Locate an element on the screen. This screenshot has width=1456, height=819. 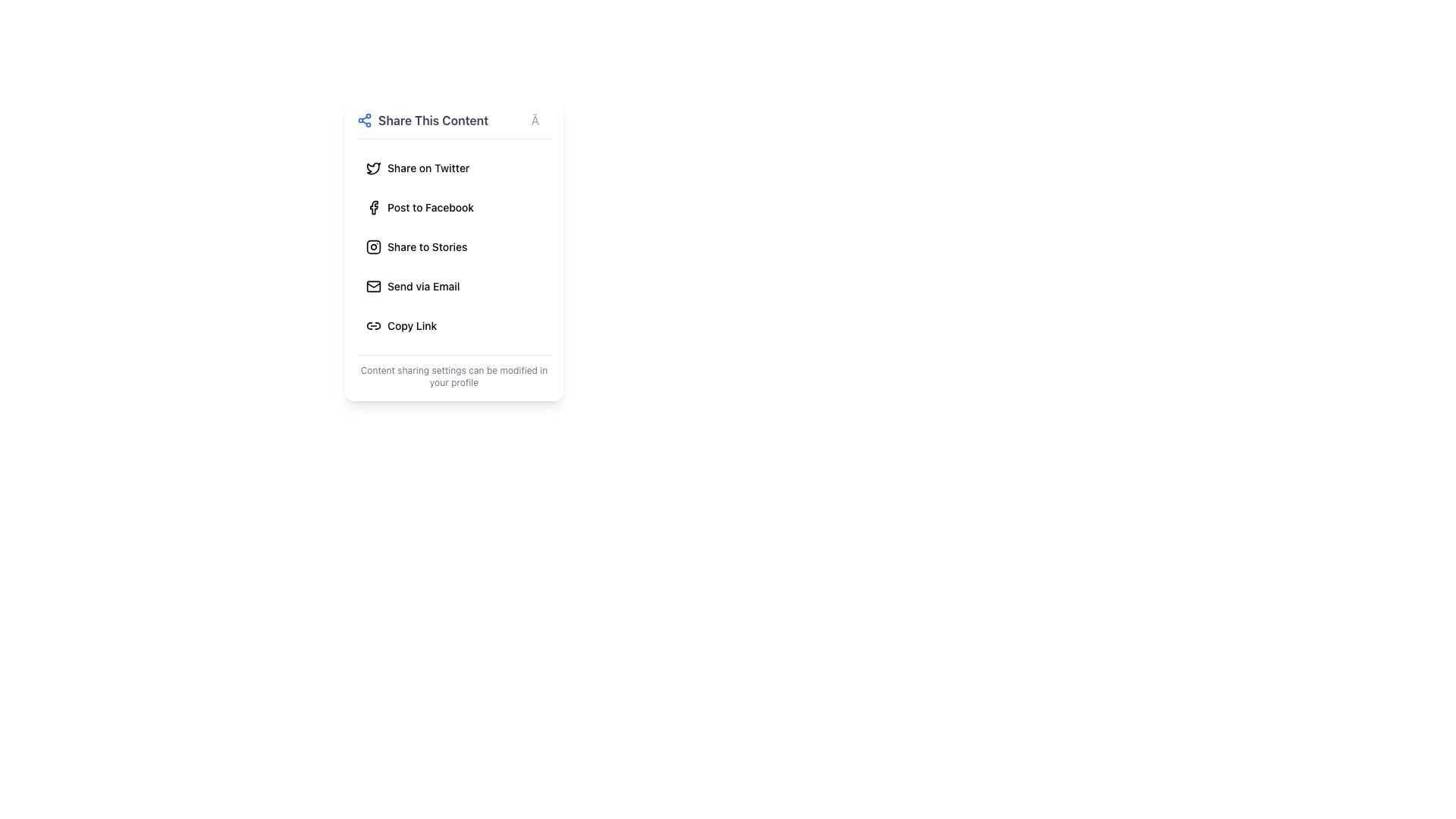
the blue share icon located at the very left of the header bar labeled 'Share This Content' is located at coordinates (364, 119).